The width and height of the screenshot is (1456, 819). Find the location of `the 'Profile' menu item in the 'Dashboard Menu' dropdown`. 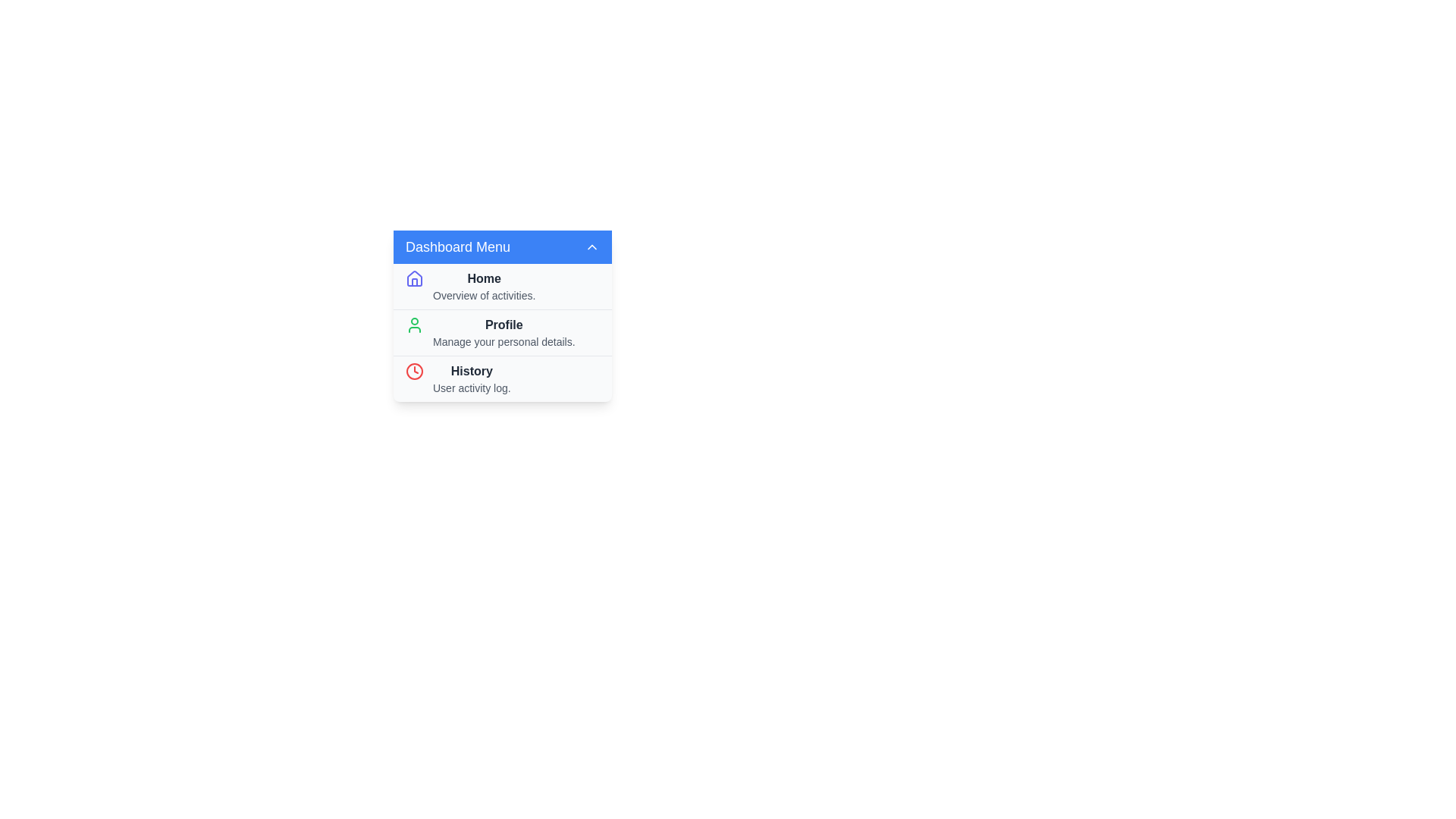

the 'Profile' menu item in the 'Dashboard Menu' dropdown is located at coordinates (502, 332).